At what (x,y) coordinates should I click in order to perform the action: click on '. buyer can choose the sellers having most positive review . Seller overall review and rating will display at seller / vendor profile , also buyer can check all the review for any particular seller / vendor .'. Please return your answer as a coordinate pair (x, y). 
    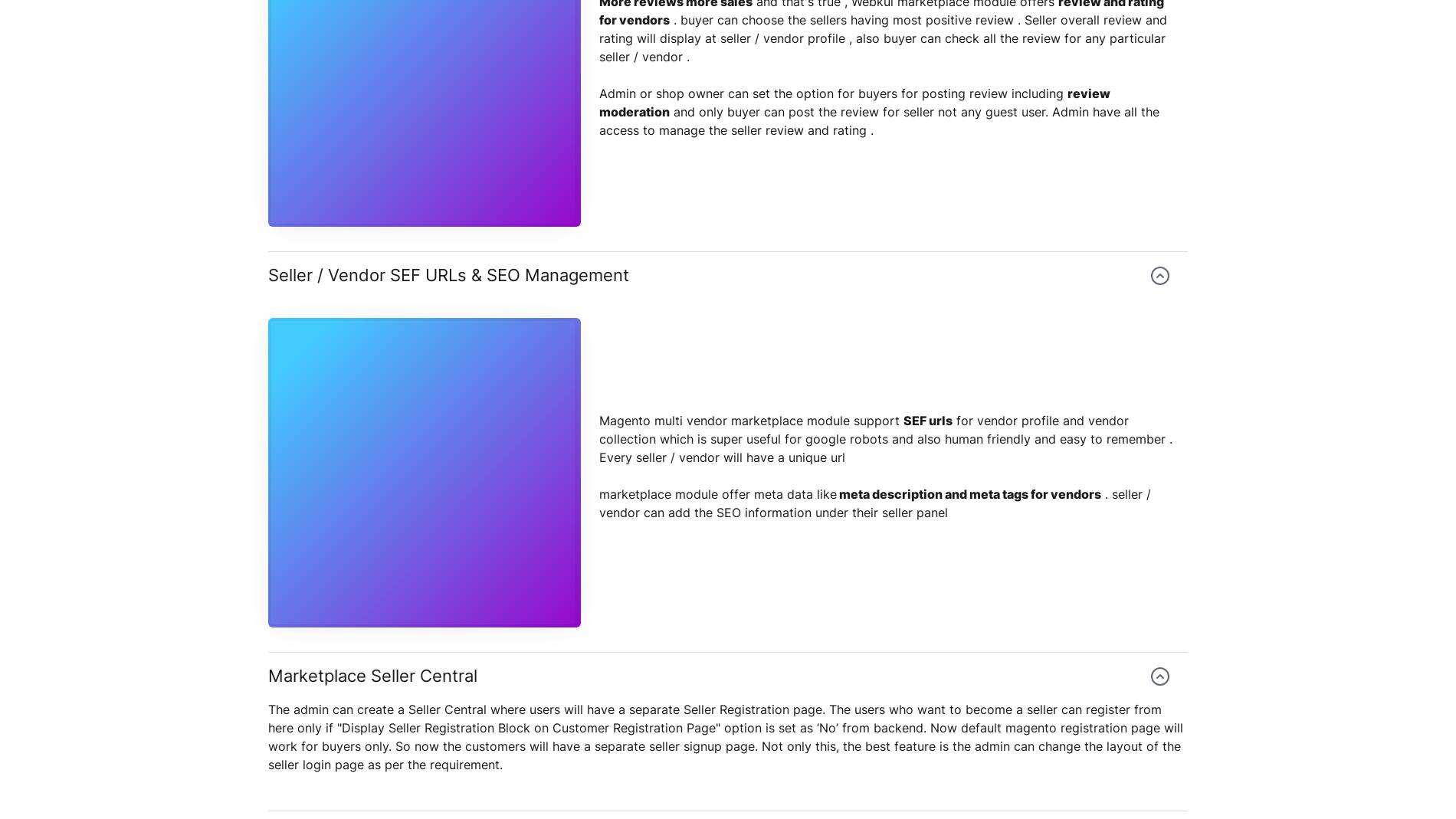
    Looking at the image, I should click on (883, 38).